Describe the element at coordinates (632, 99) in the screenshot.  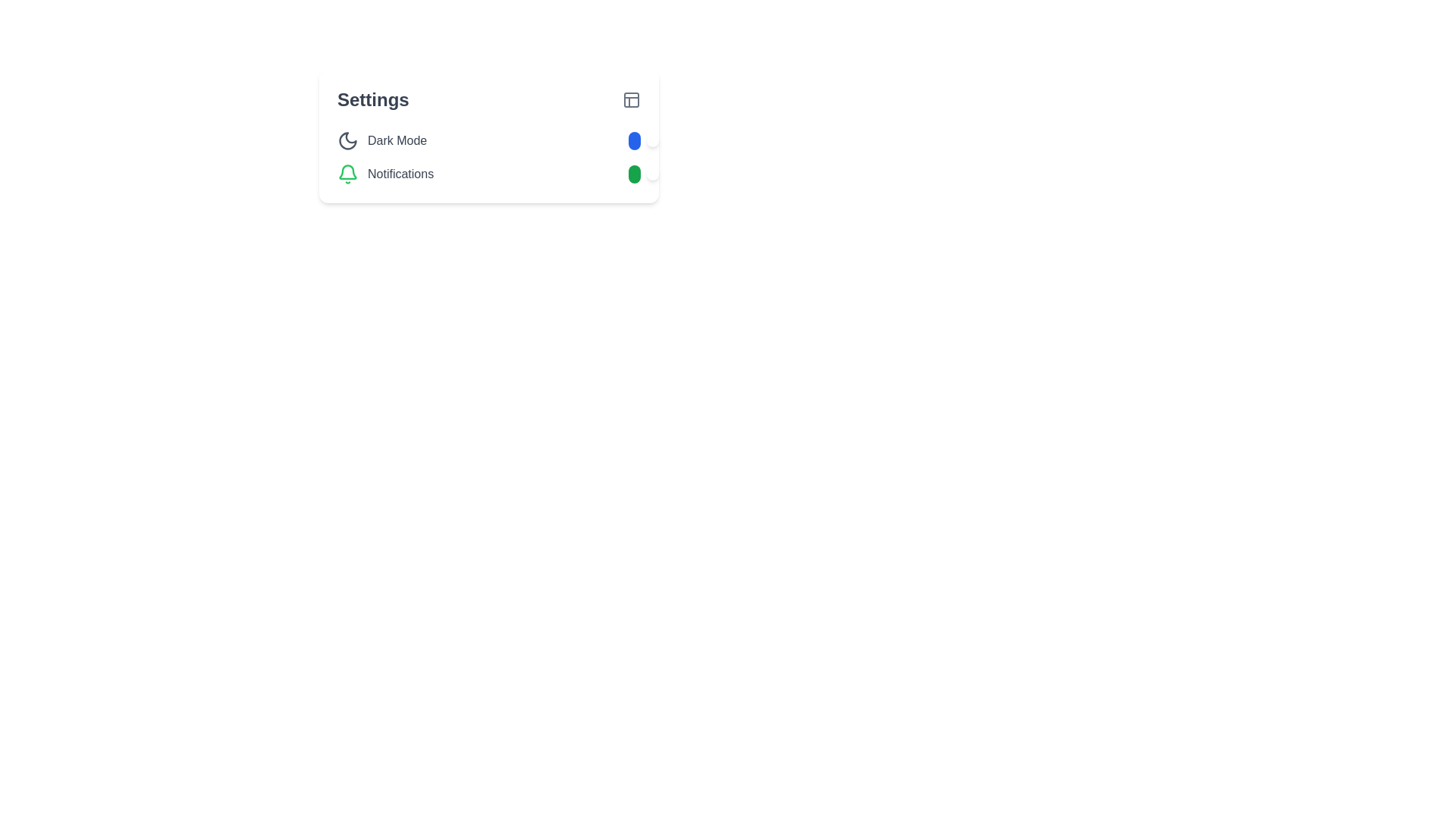
I see `the icon located in the top-right corner of the 'Settings' section, positioned to the right of the title text` at that location.